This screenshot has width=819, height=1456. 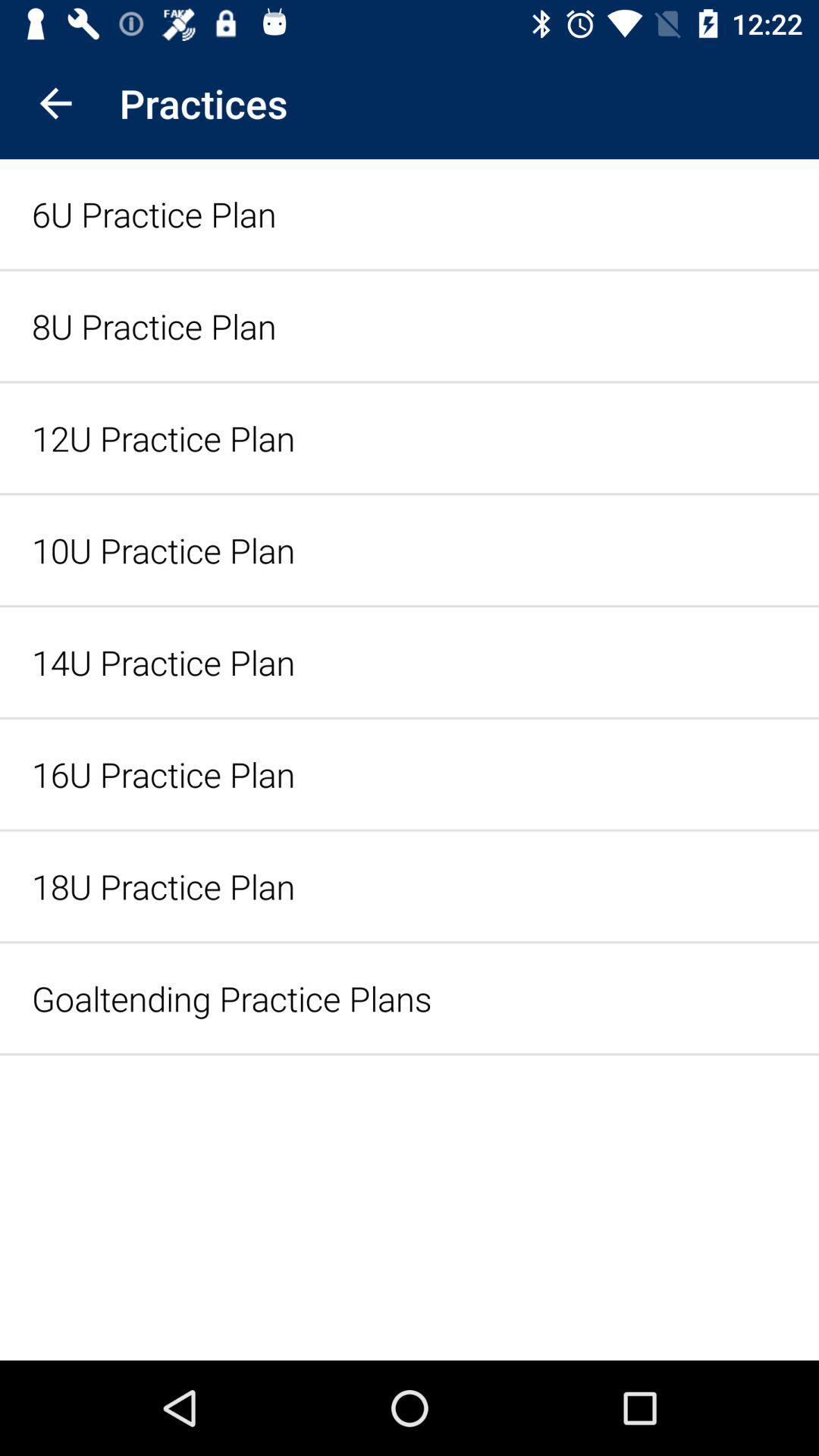 I want to click on icon to the left of the practices item, so click(x=55, y=102).